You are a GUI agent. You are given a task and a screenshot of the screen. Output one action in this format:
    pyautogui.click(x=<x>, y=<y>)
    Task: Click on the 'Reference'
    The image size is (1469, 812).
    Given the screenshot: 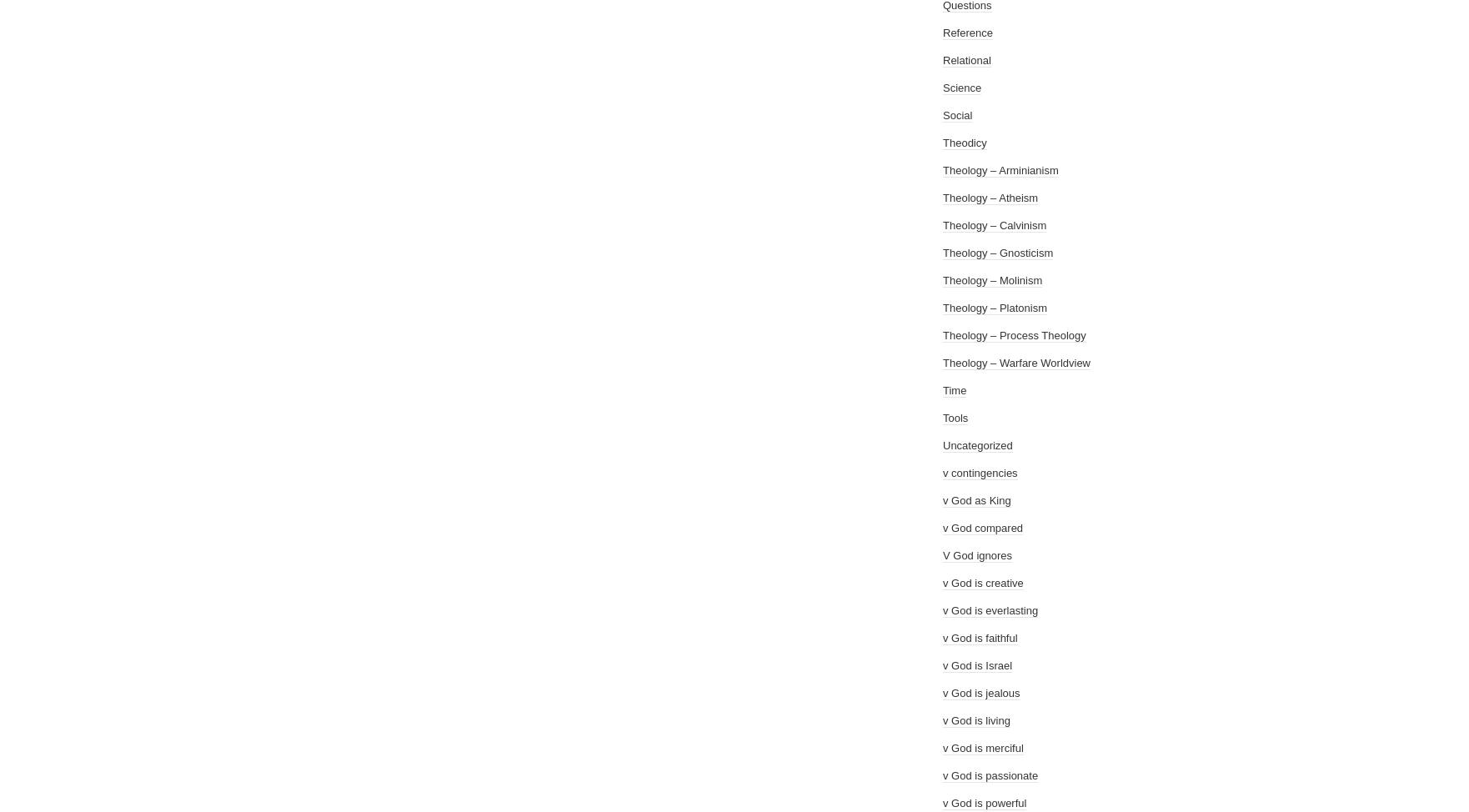 What is the action you would take?
    pyautogui.click(x=967, y=33)
    